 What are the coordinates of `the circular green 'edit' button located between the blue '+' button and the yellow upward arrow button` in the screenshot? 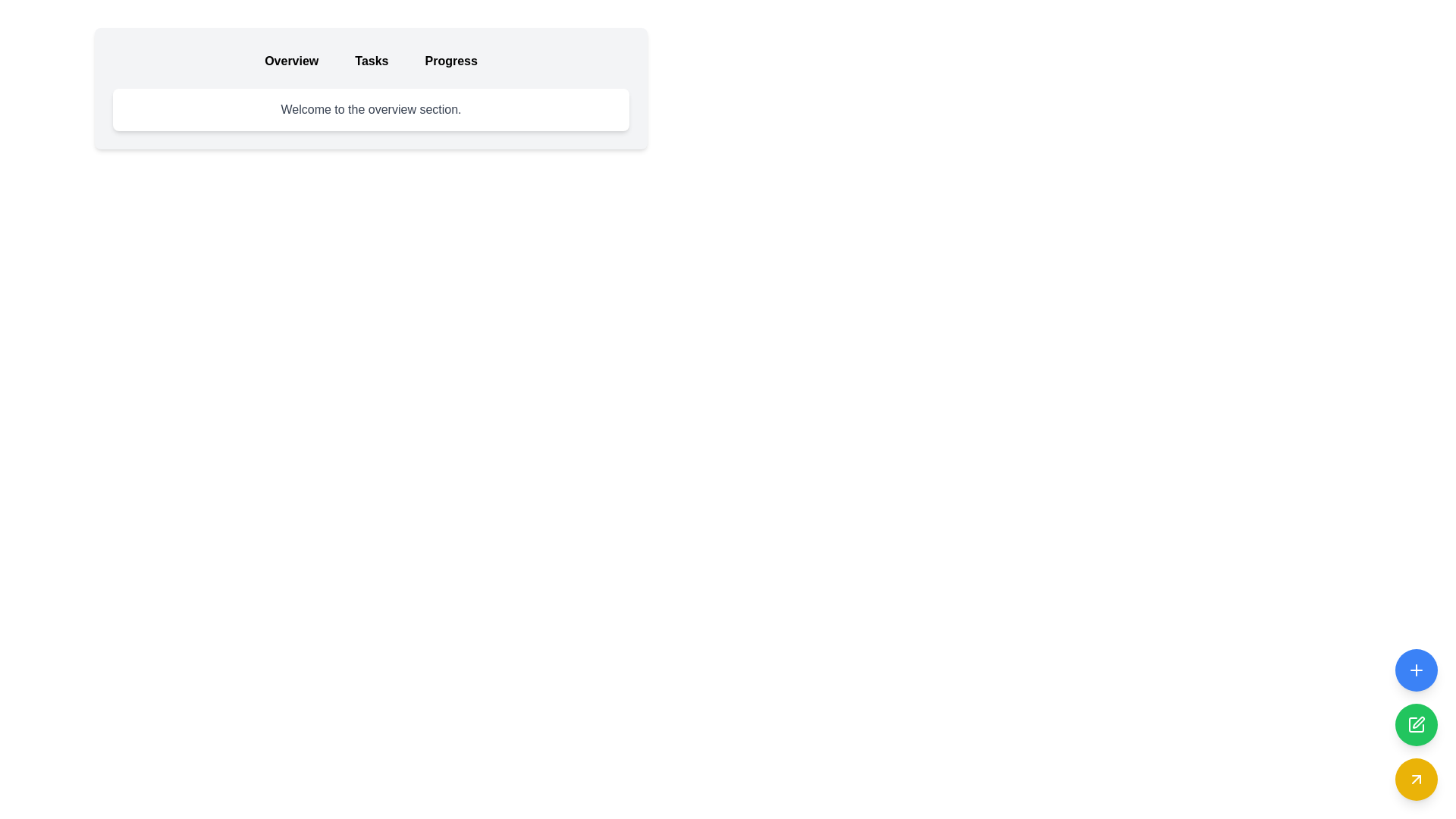 It's located at (1417, 721).